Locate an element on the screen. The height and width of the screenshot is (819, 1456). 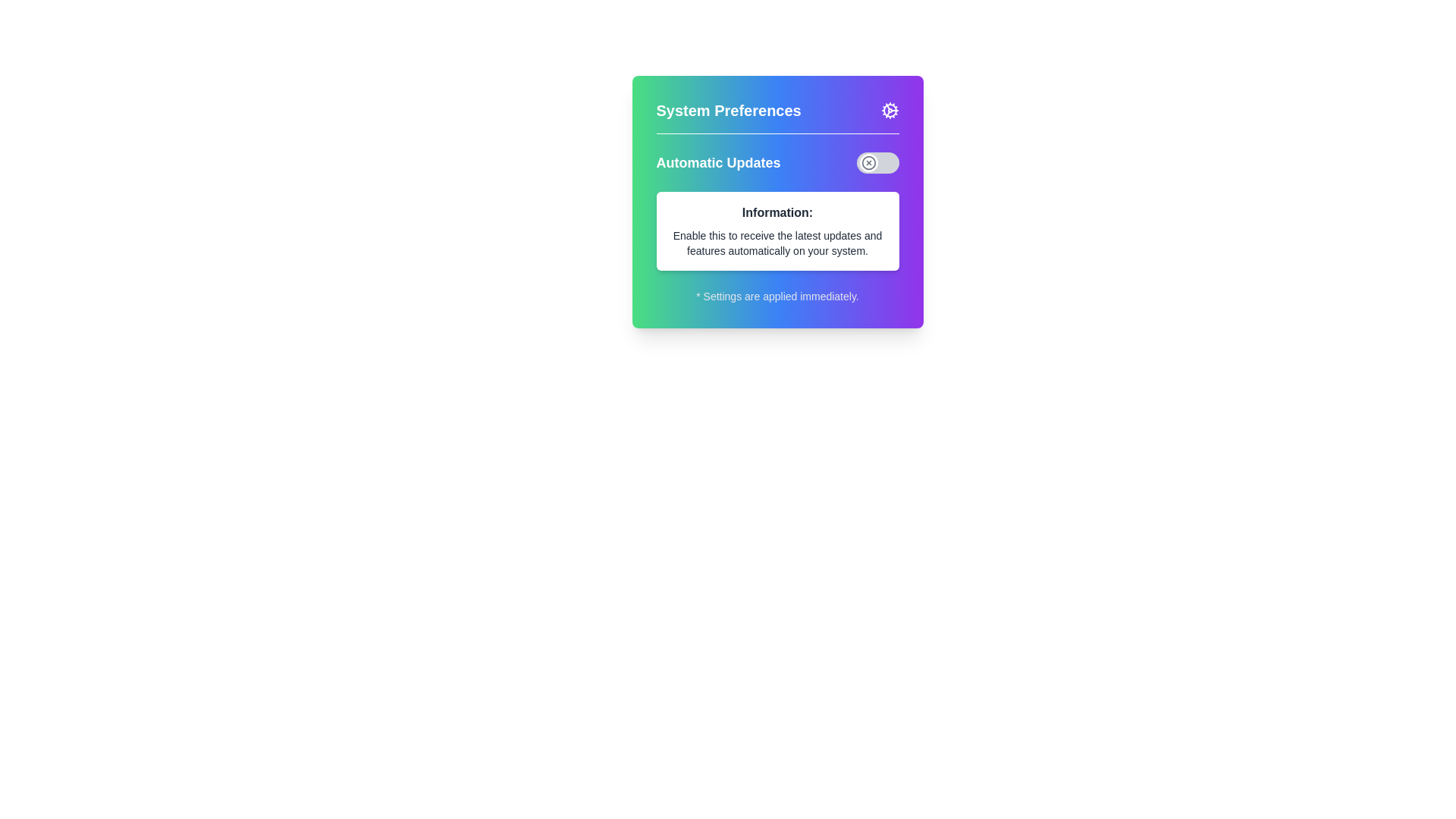
the toggle switch thumb on the right side of the 'Automatic Updates' toggle bar within the 'System Preferences' card to trigger possible visual effects is located at coordinates (868, 163).